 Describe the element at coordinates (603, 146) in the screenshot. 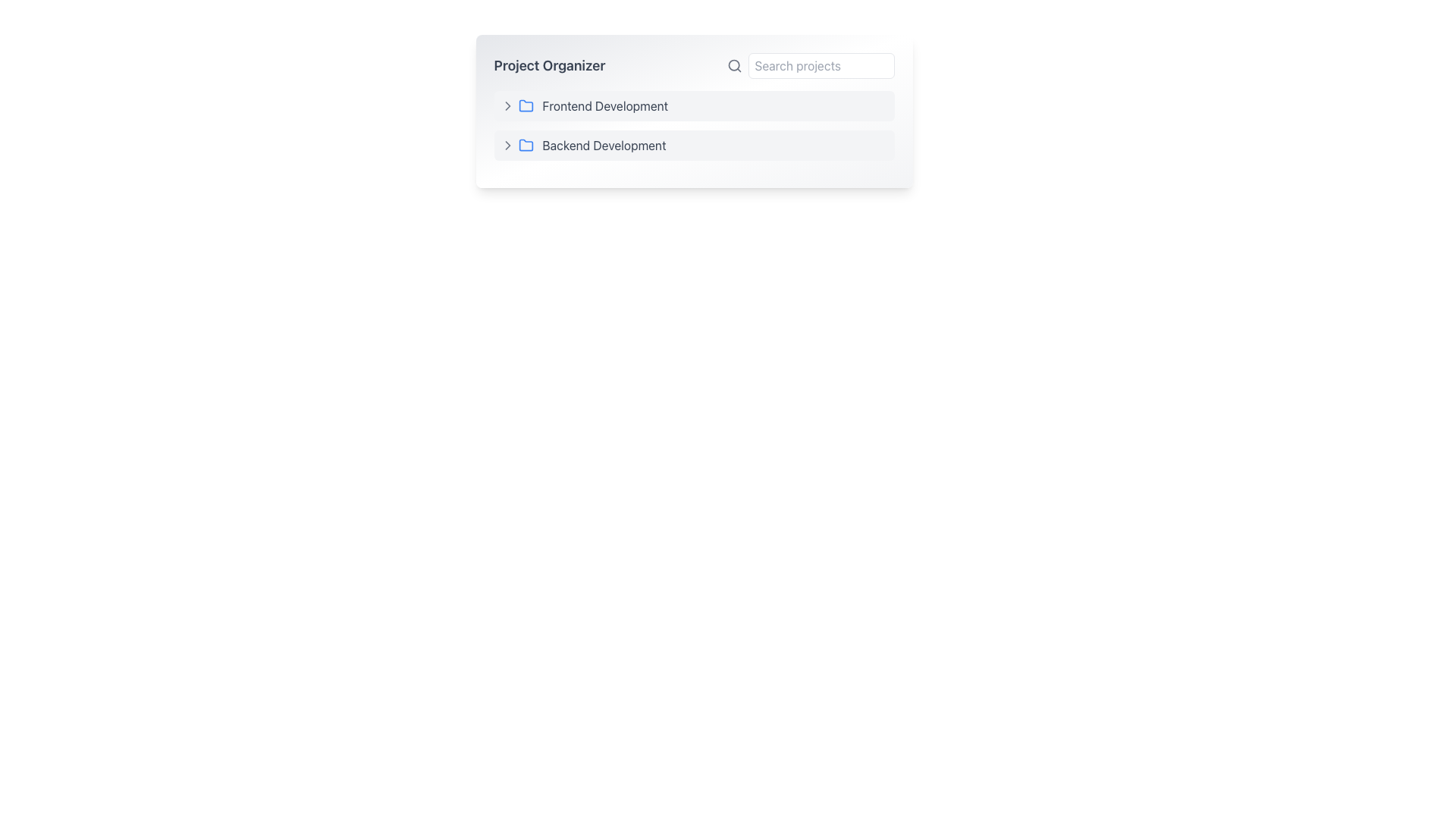

I see `the text label that identifies the section for backend development tasks, located in the 'Project Organizer' list as the second item` at that location.